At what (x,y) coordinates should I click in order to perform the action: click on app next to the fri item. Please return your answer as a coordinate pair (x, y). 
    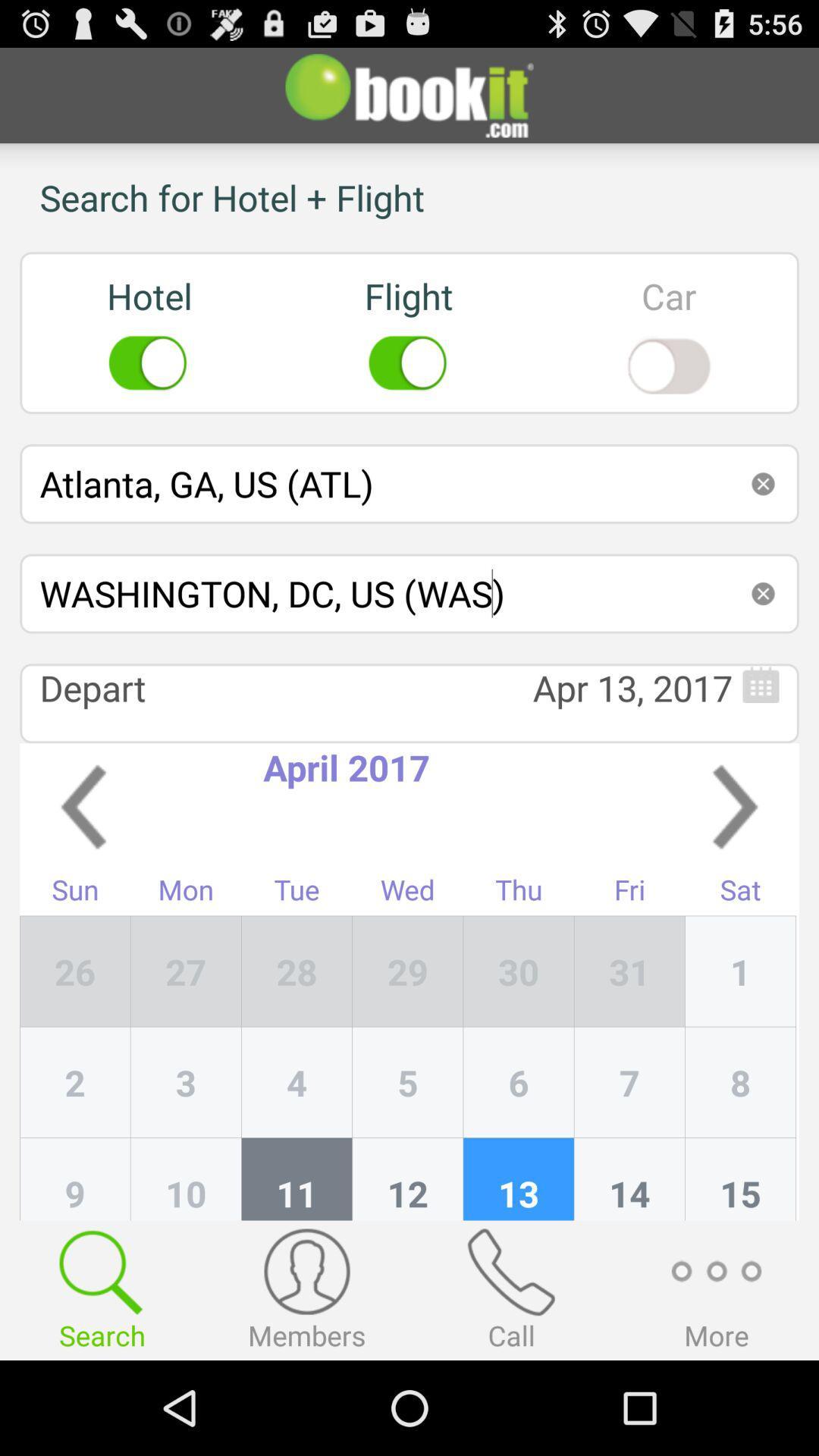
    Looking at the image, I should click on (739, 893).